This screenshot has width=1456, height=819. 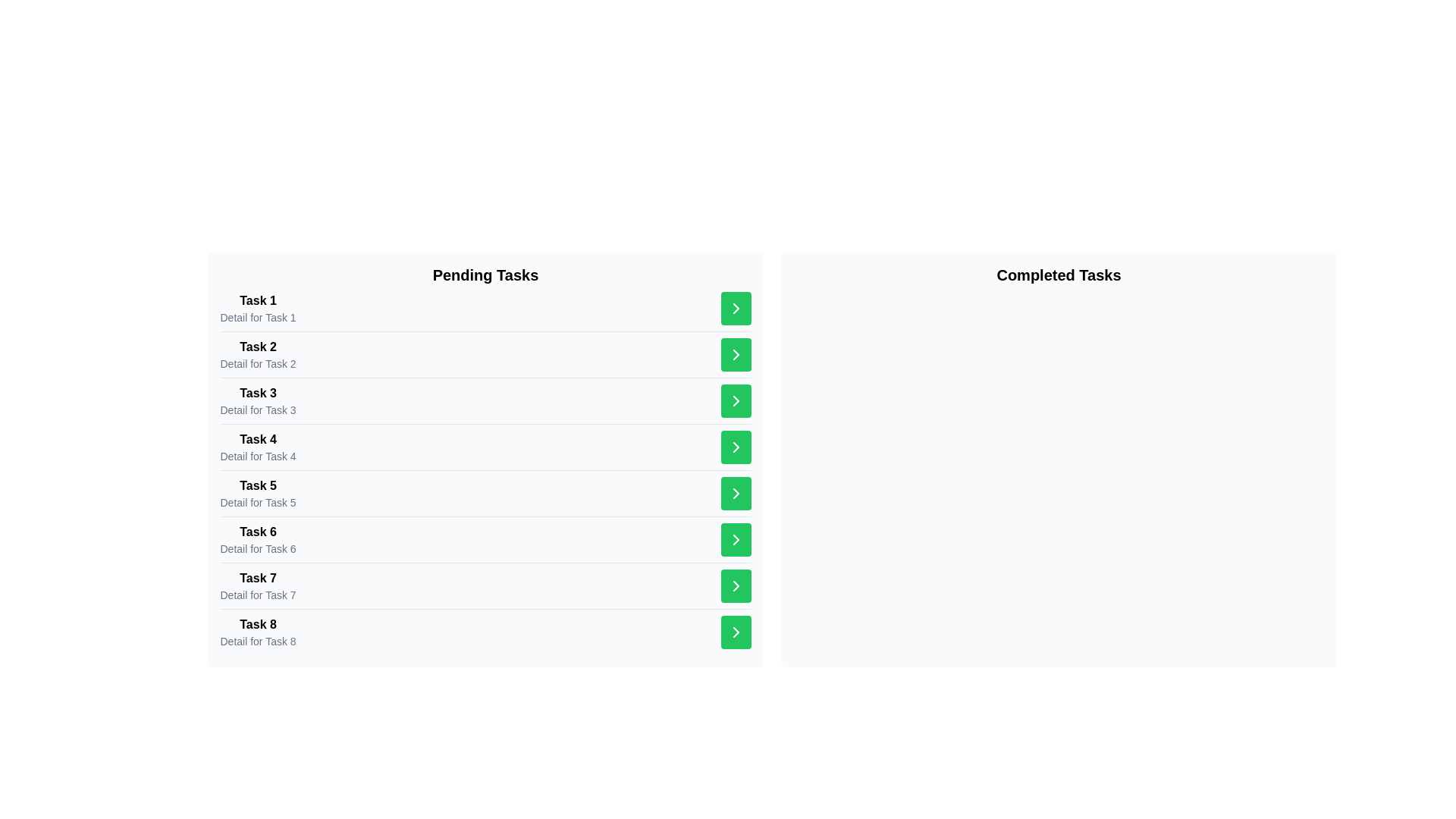 I want to click on the arrow-shaped icon within the green circular button located to the right of 'Task 8' in the 'Pending Tasks' section, so click(x=736, y=632).